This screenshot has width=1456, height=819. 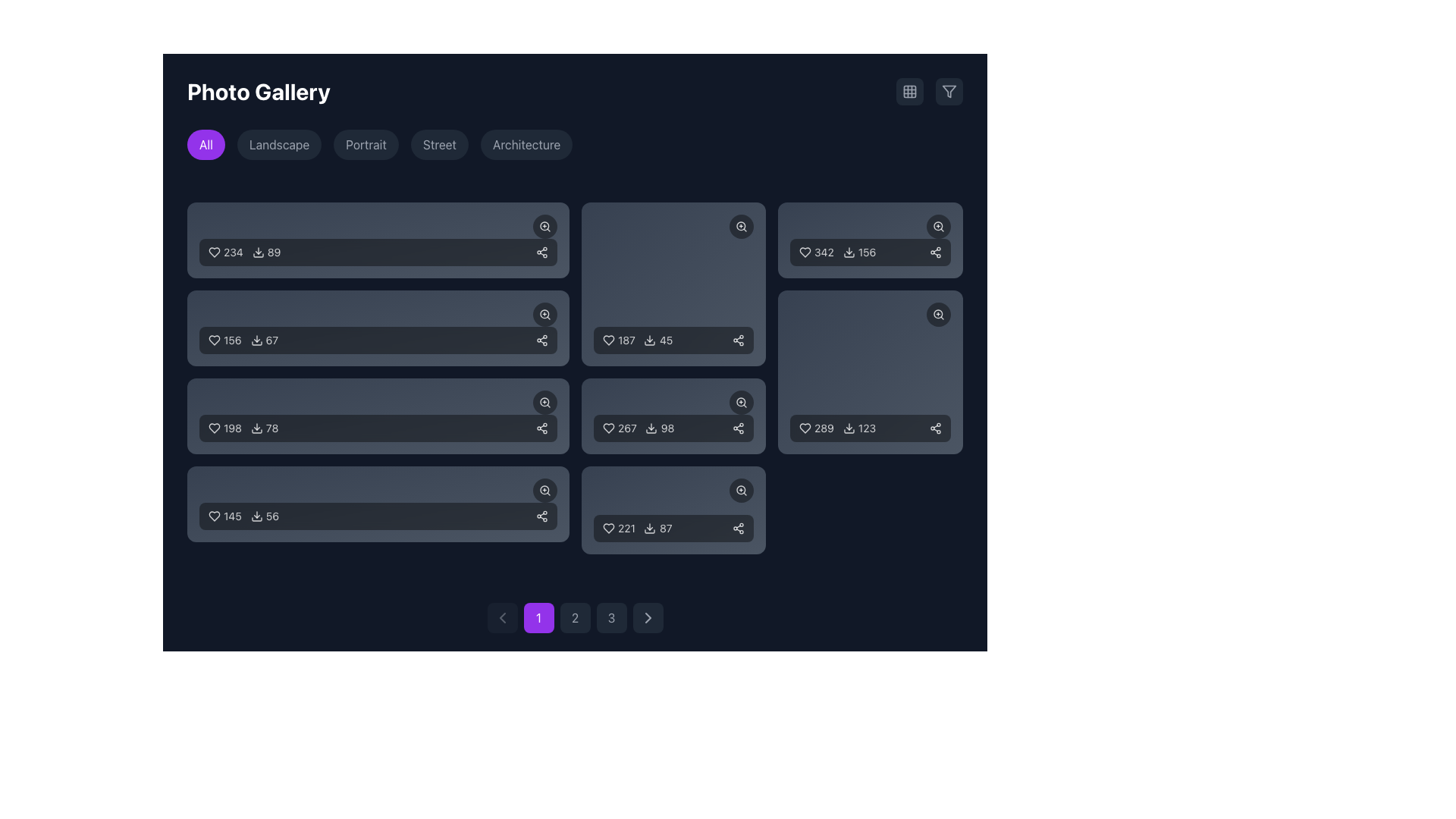 What do you see at coordinates (665, 528) in the screenshot?
I see `the static text label displaying the download count located at the bottom-right corner of the dark rectangular card in the photo grid interface` at bounding box center [665, 528].